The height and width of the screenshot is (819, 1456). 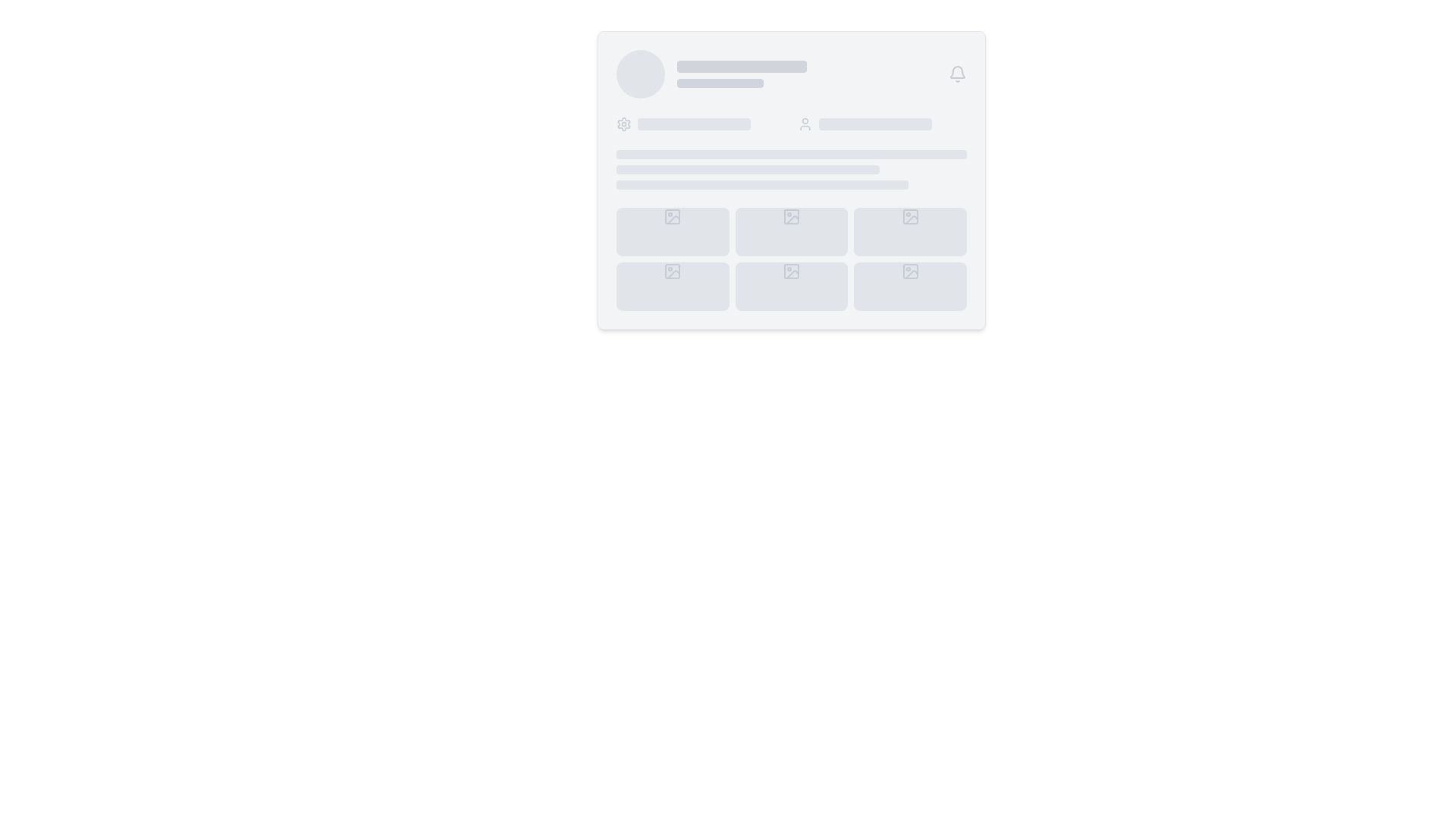 What do you see at coordinates (790, 287) in the screenshot?
I see `the Placeholder box with embedded icon located in the second row and second column of the grid layout for navigation purposes` at bounding box center [790, 287].